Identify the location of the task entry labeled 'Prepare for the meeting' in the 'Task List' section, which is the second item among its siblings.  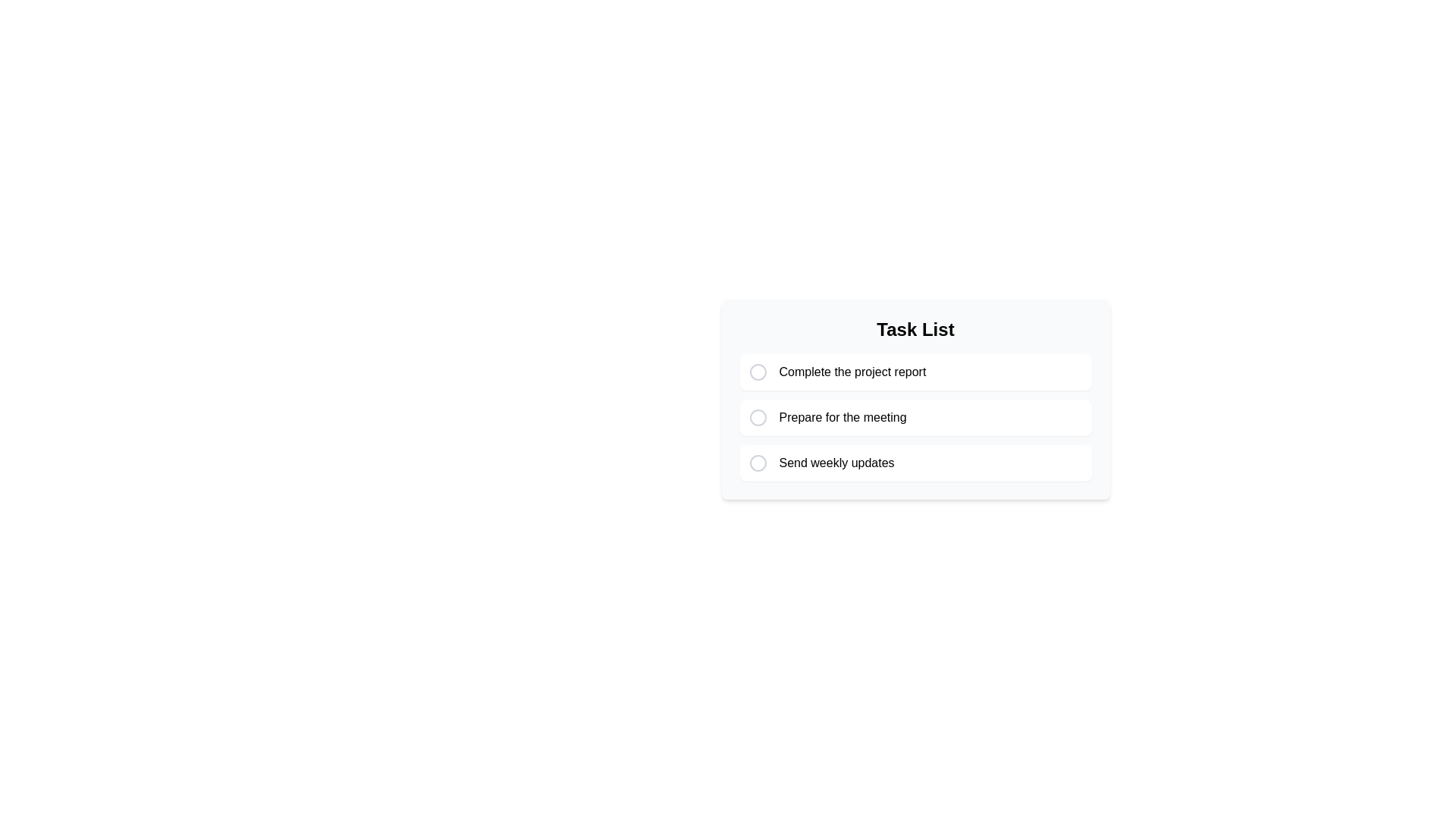
(915, 418).